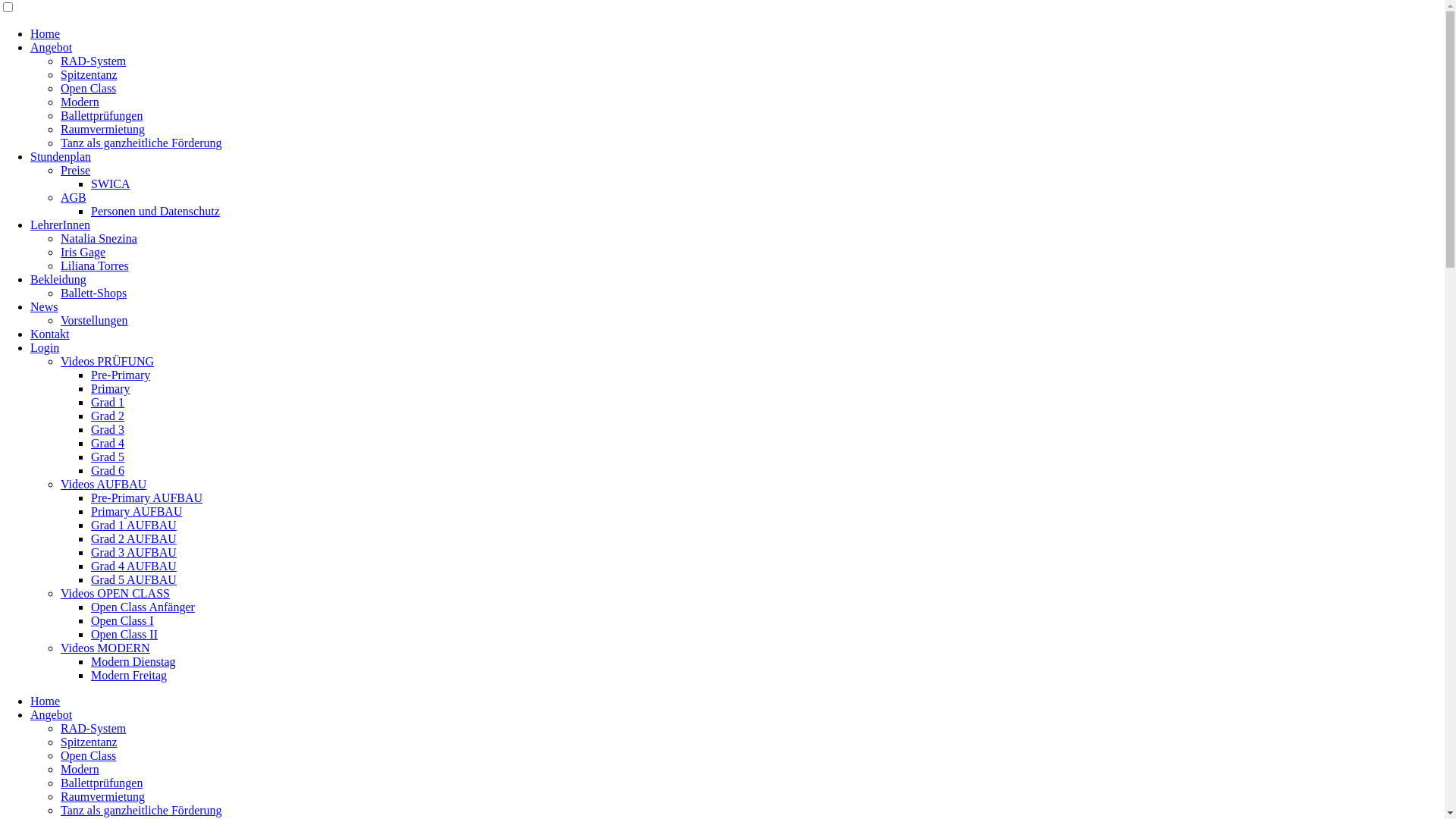  What do you see at coordinates (58, 279) in the screenshot?
I see `'Bekleidung'` at bounding box center [58, 279].